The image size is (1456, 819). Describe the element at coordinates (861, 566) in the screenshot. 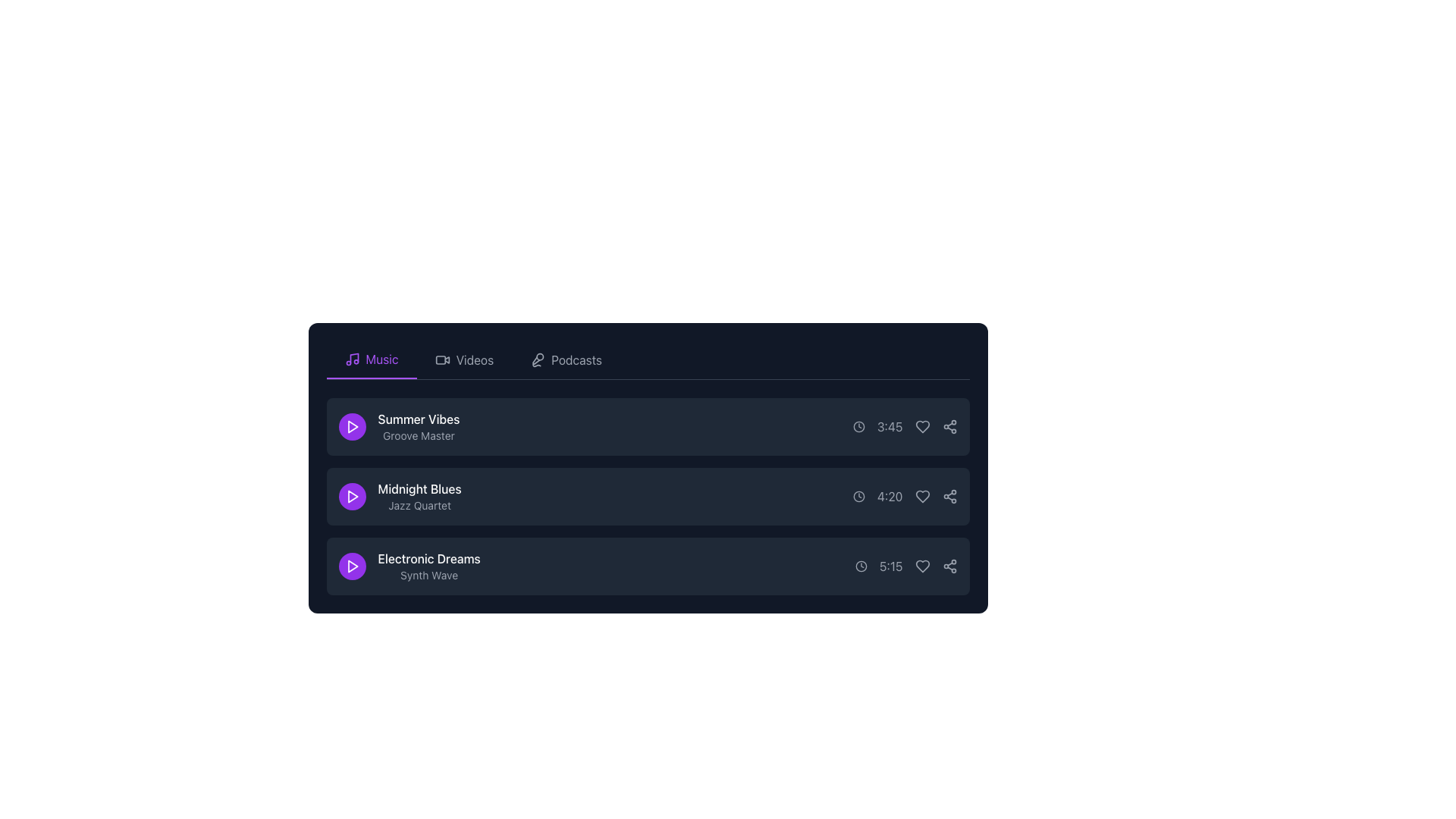

I see `the clock icon, which is a gray circular outline with clock hands, located in the bottommost box of three horizontally-aligned icons in the third row, preceding the time text '5:15'` at that location.